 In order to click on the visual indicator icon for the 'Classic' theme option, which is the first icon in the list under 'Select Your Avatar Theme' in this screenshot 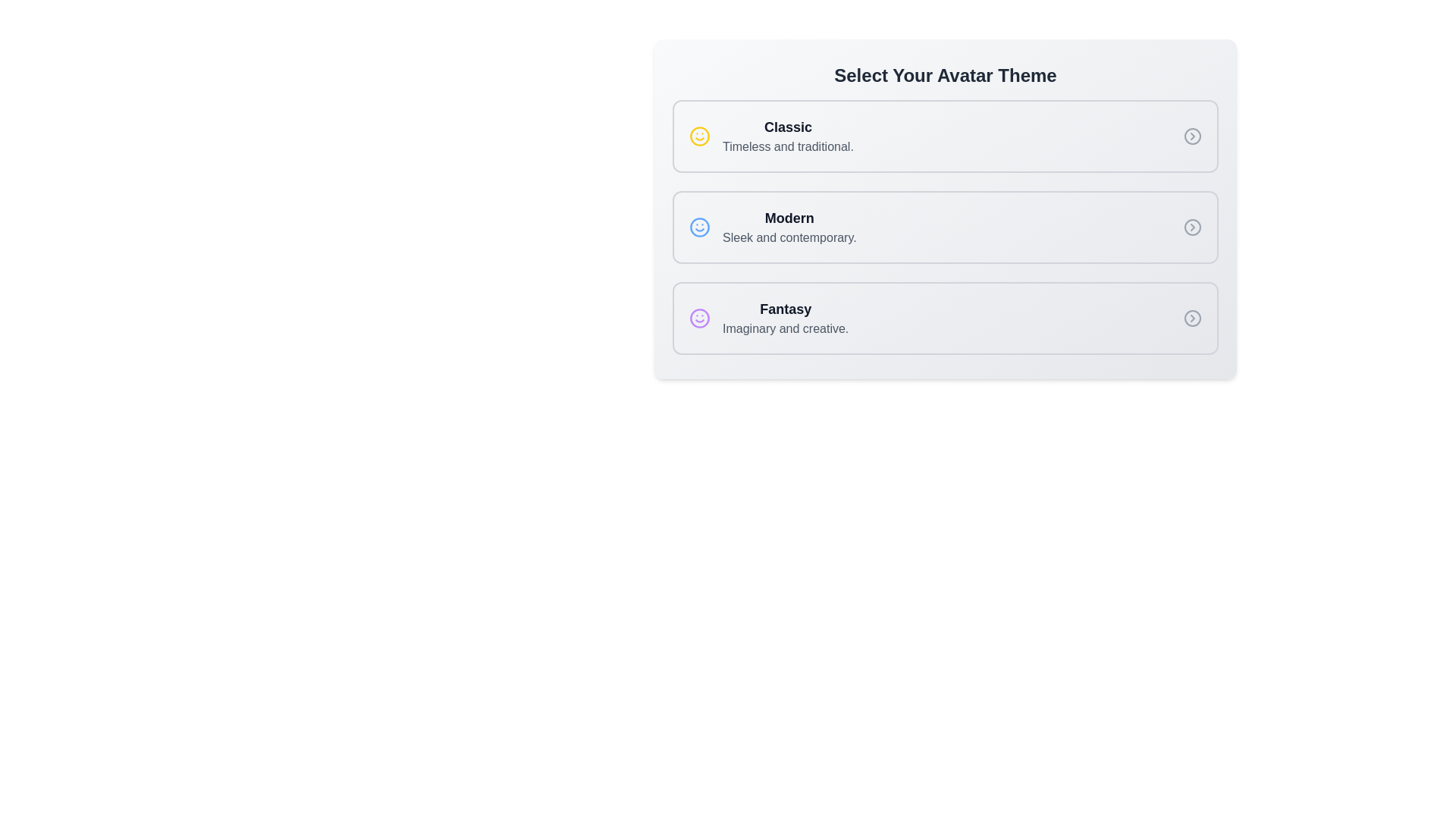, I will do `click(698, 136)`.